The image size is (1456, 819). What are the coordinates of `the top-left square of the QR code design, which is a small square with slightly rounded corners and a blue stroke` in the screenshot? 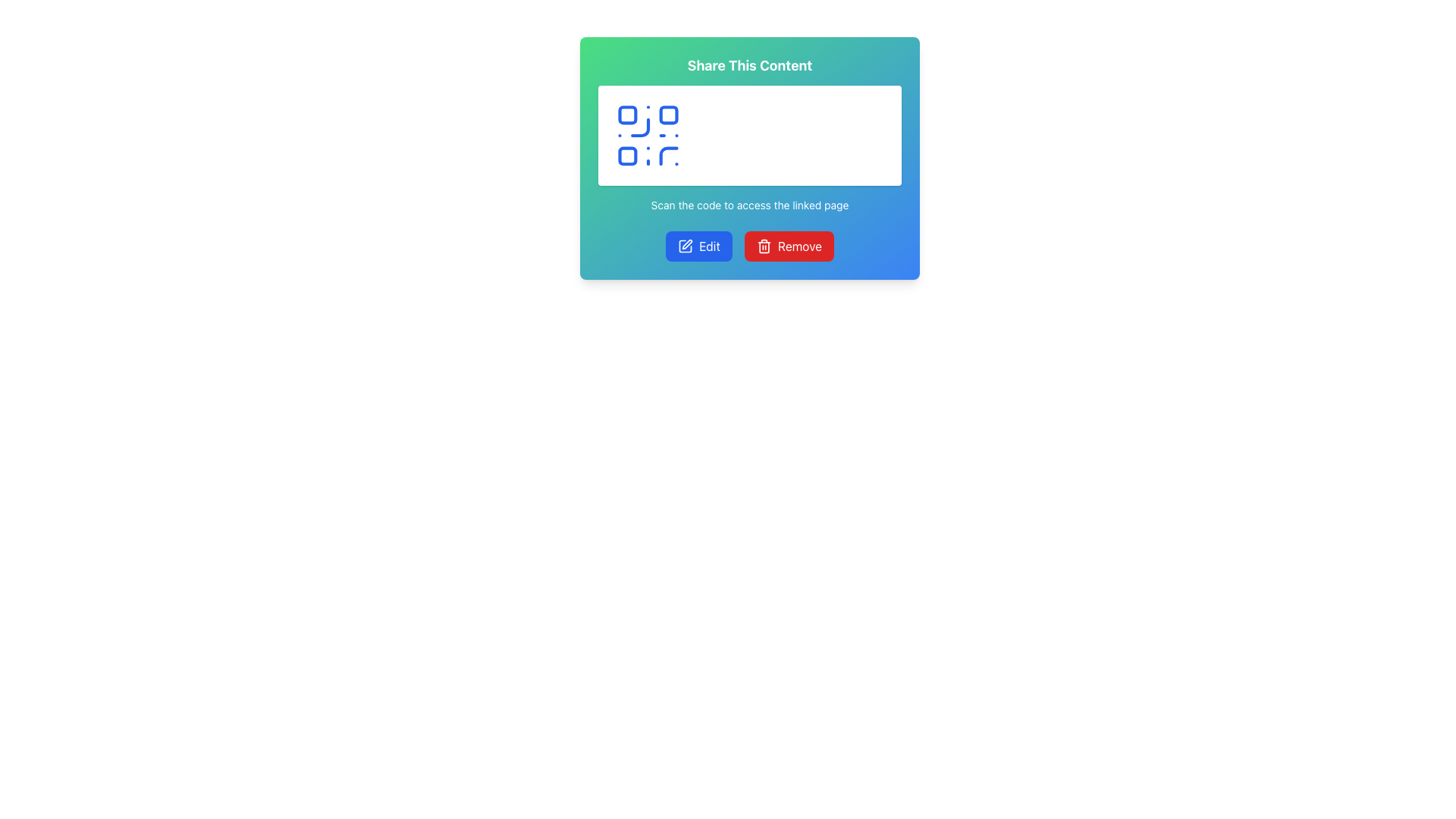 It's located at (627, 114).